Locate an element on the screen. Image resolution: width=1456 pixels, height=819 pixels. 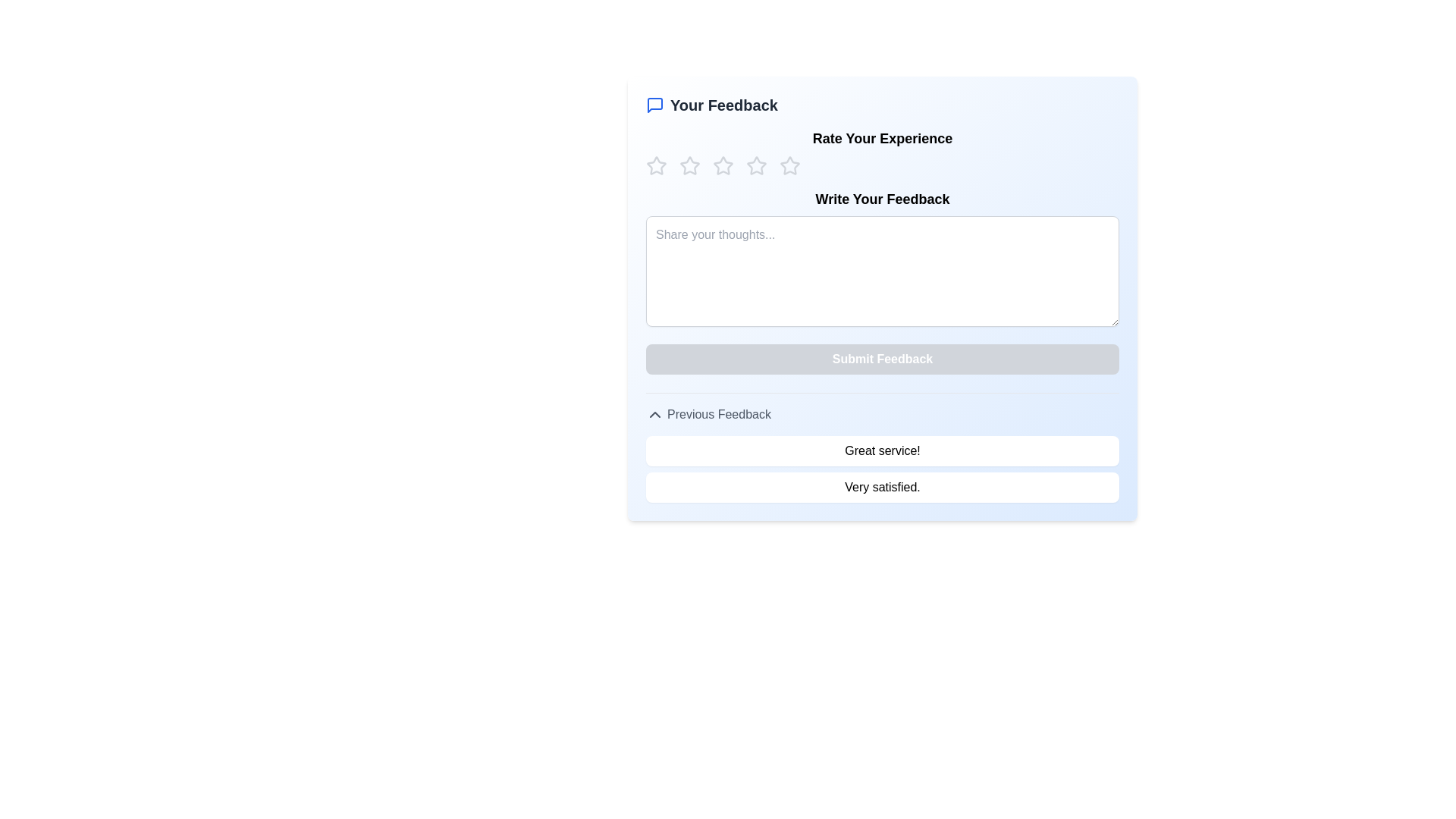
small blue speech bubble icon located on the left side of the header titled 'Your Feedback' for additional information is located at coordinates (655, 104).